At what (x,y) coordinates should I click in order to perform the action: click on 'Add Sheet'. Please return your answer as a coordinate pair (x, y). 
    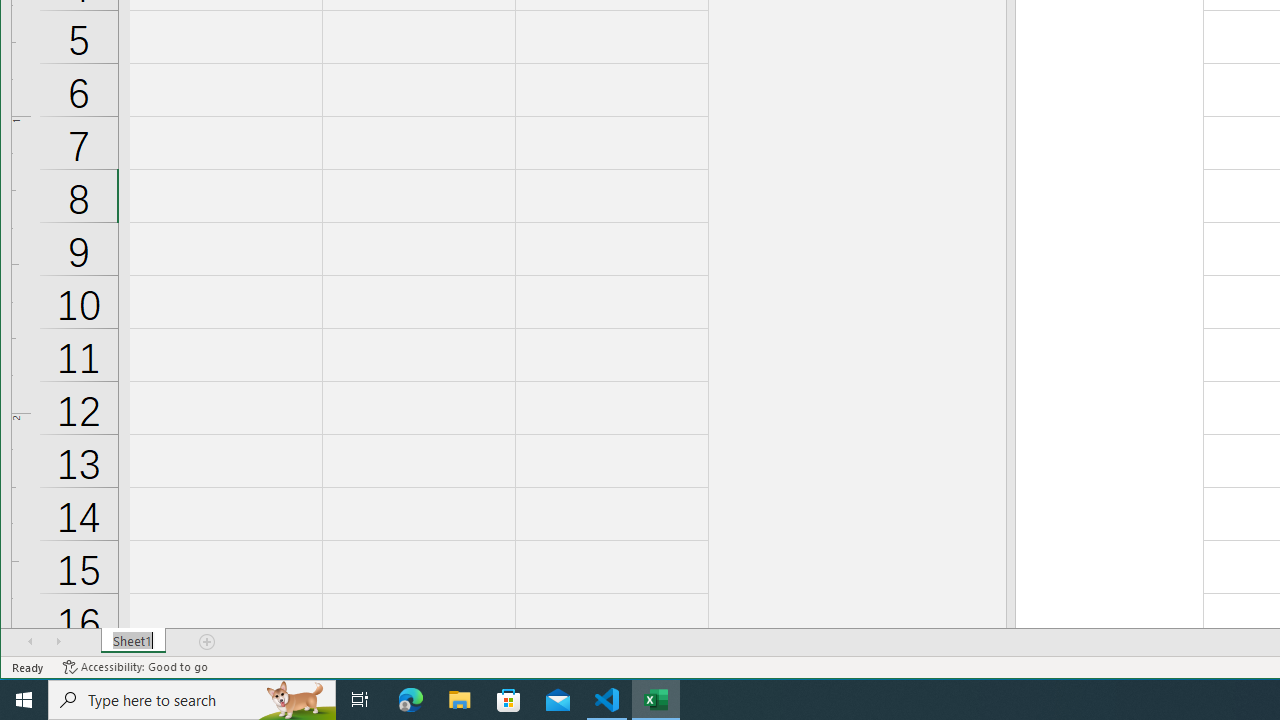
    Looking at the image, I should click on (208, 641).